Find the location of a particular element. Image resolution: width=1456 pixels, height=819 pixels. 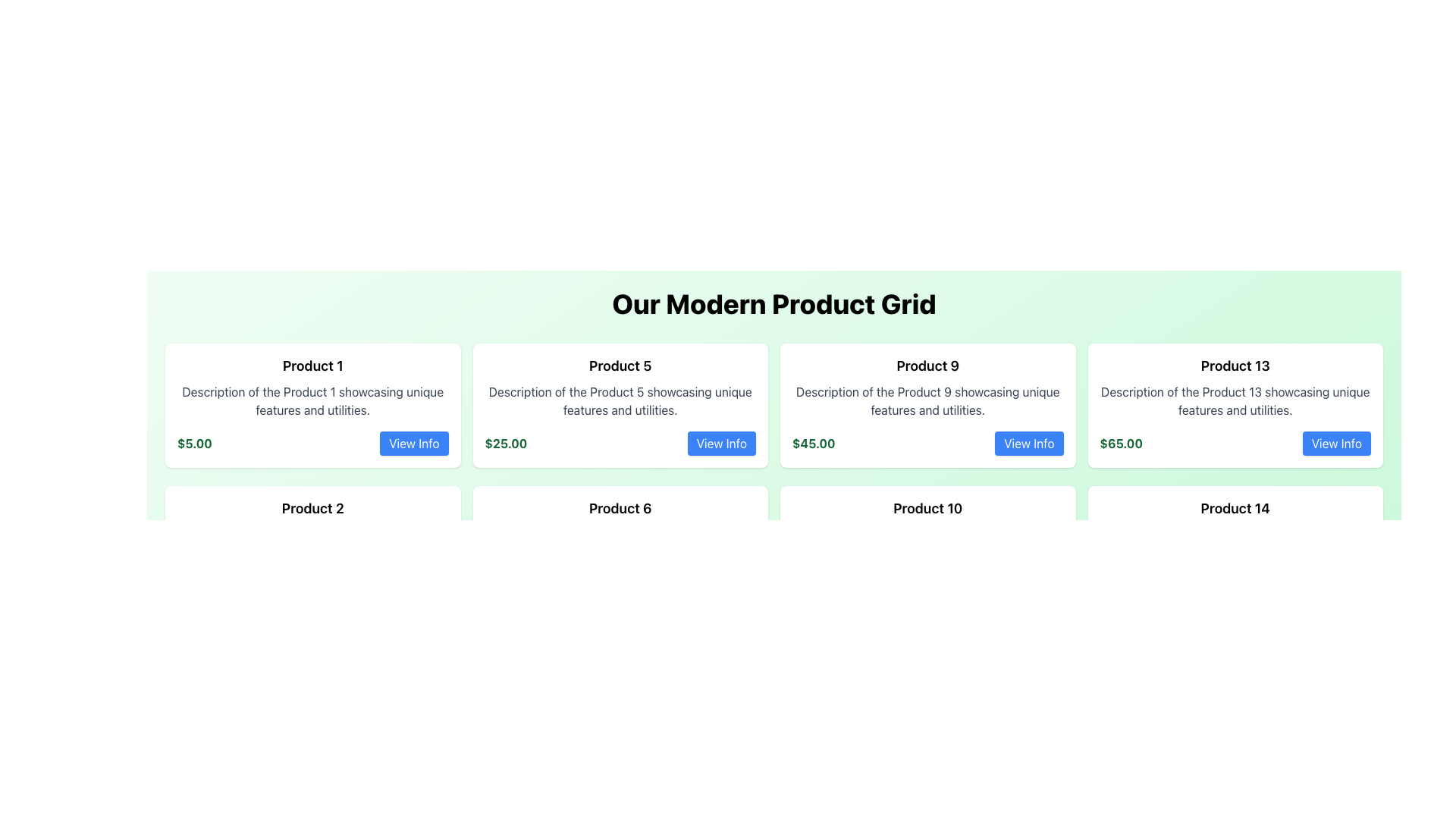

the button in the bottom-right corner of the first product card in the 'Our Modern Product Grid' section is located at coordinates (414, 444).